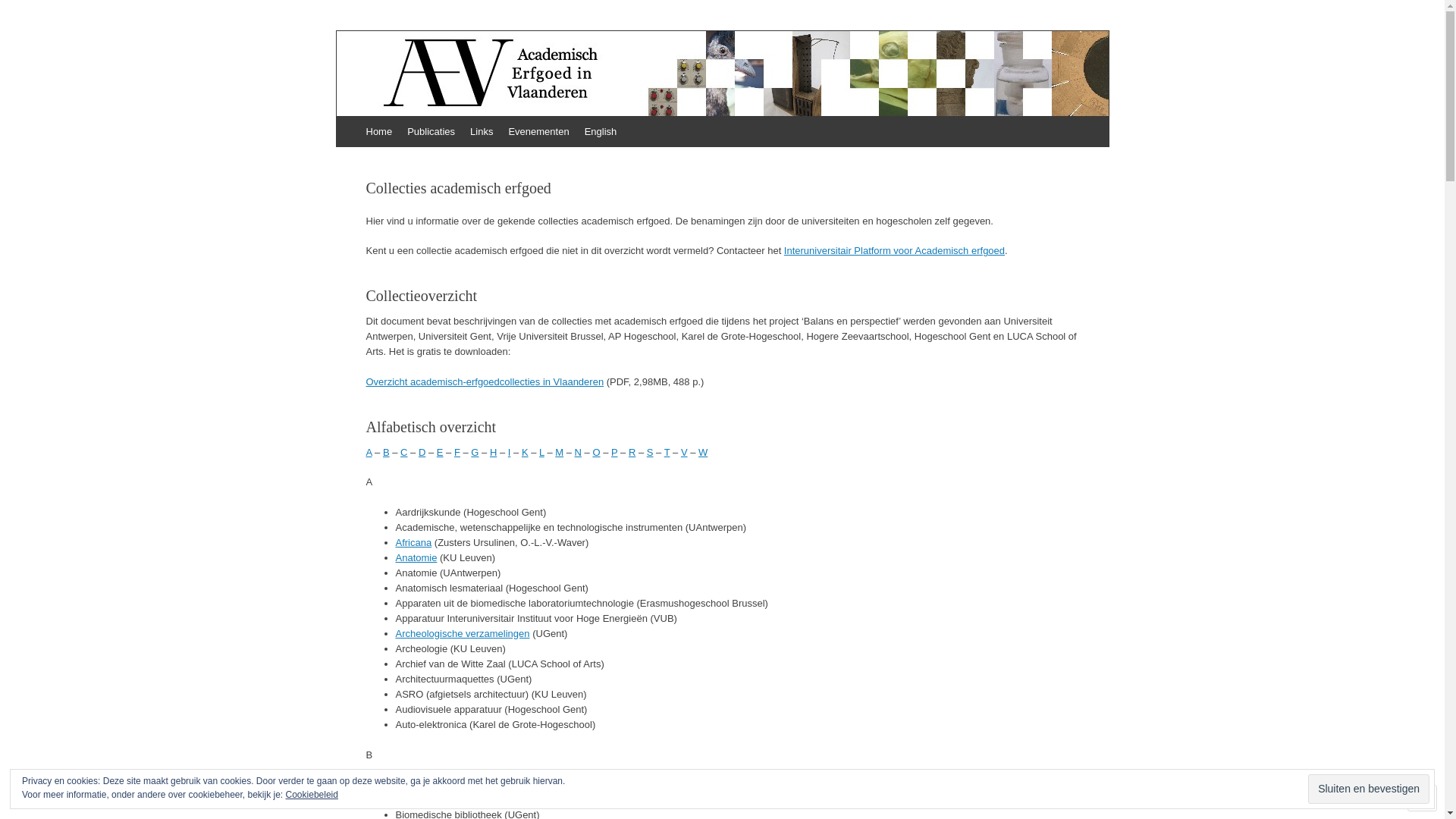  I want to click on 'G', so click(473, 450).